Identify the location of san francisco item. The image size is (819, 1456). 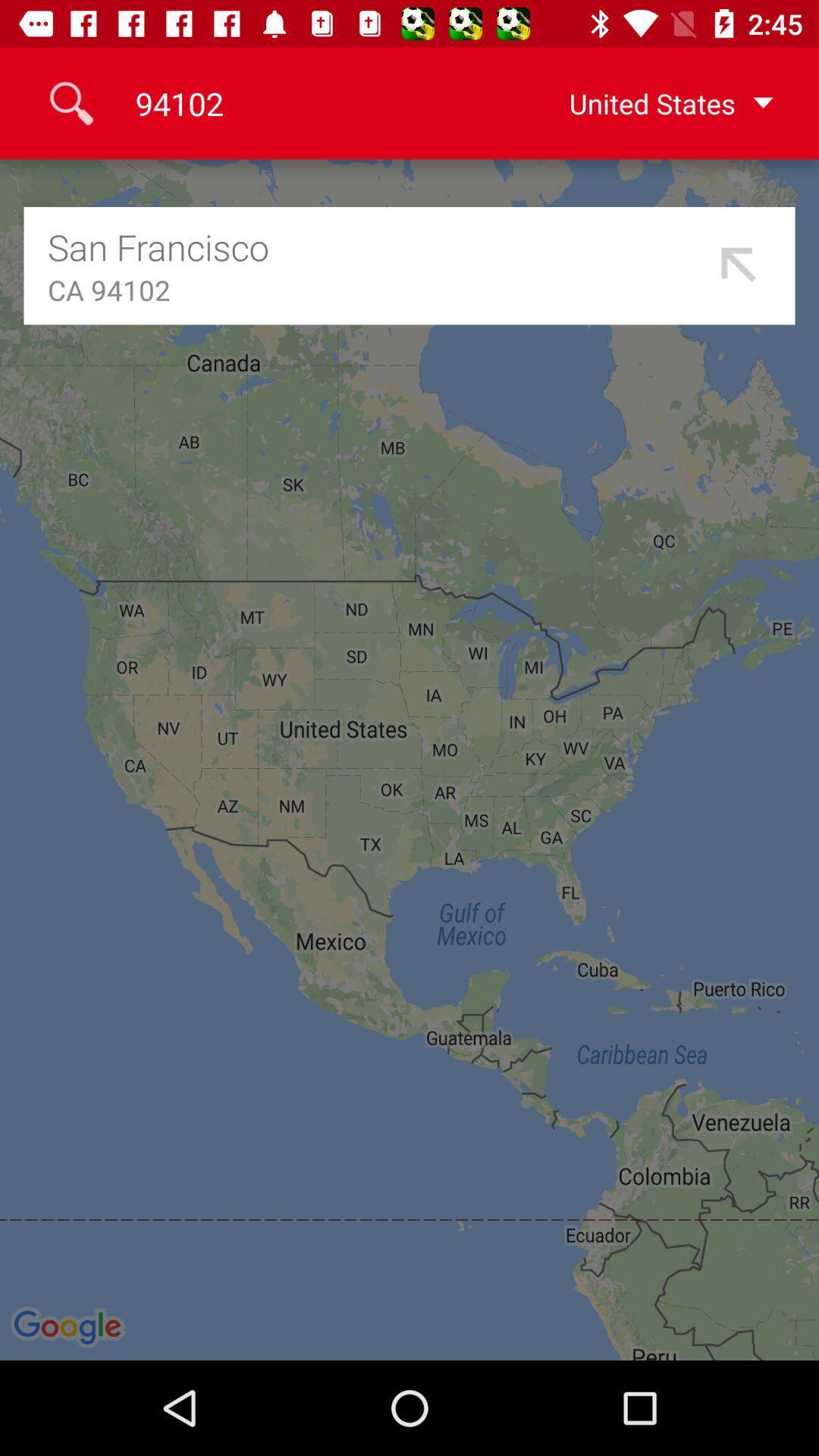
(376, 246).